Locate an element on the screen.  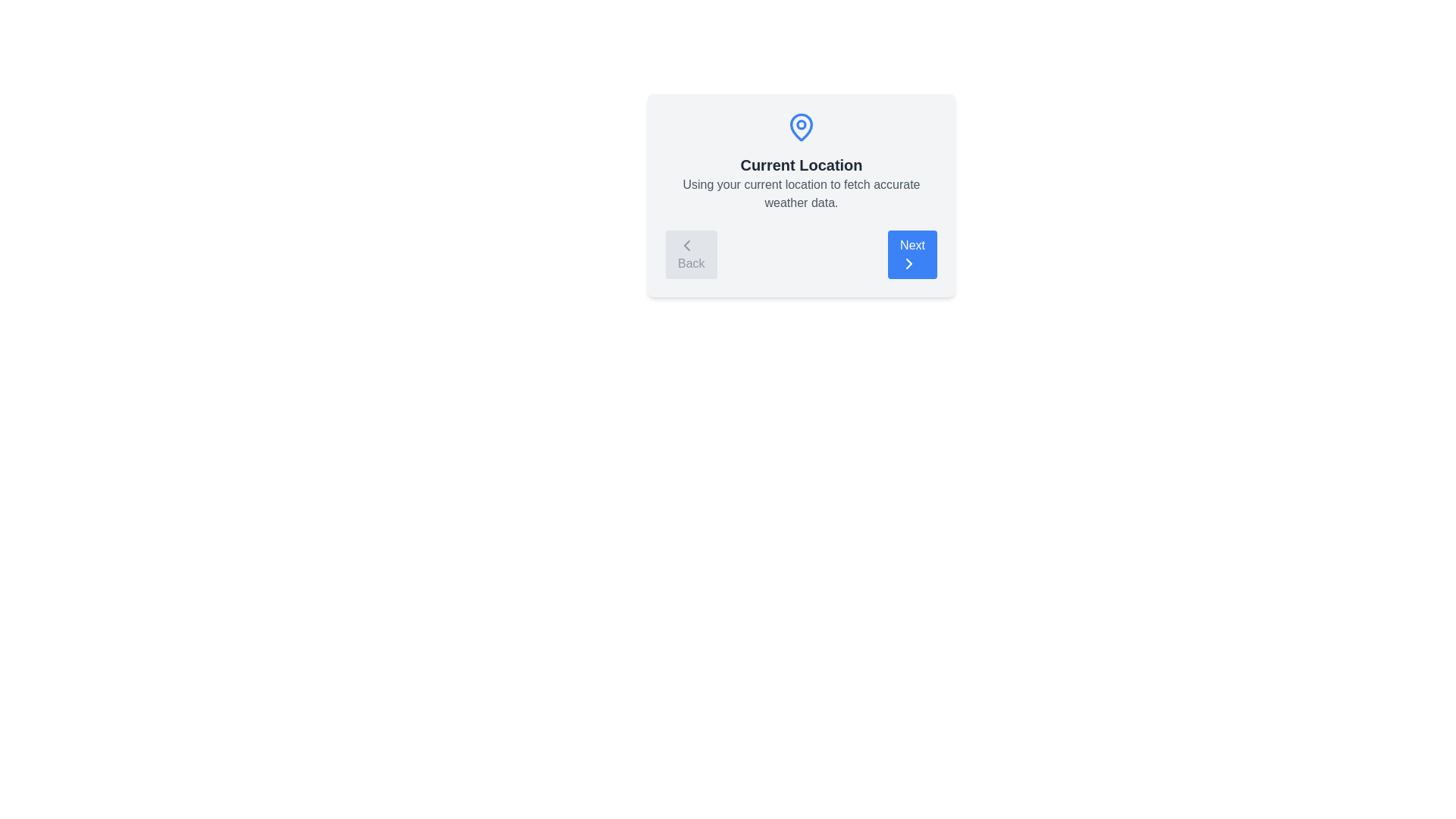
the 'Back' button to navigate to the previous step is located at coordinates (690, 253).